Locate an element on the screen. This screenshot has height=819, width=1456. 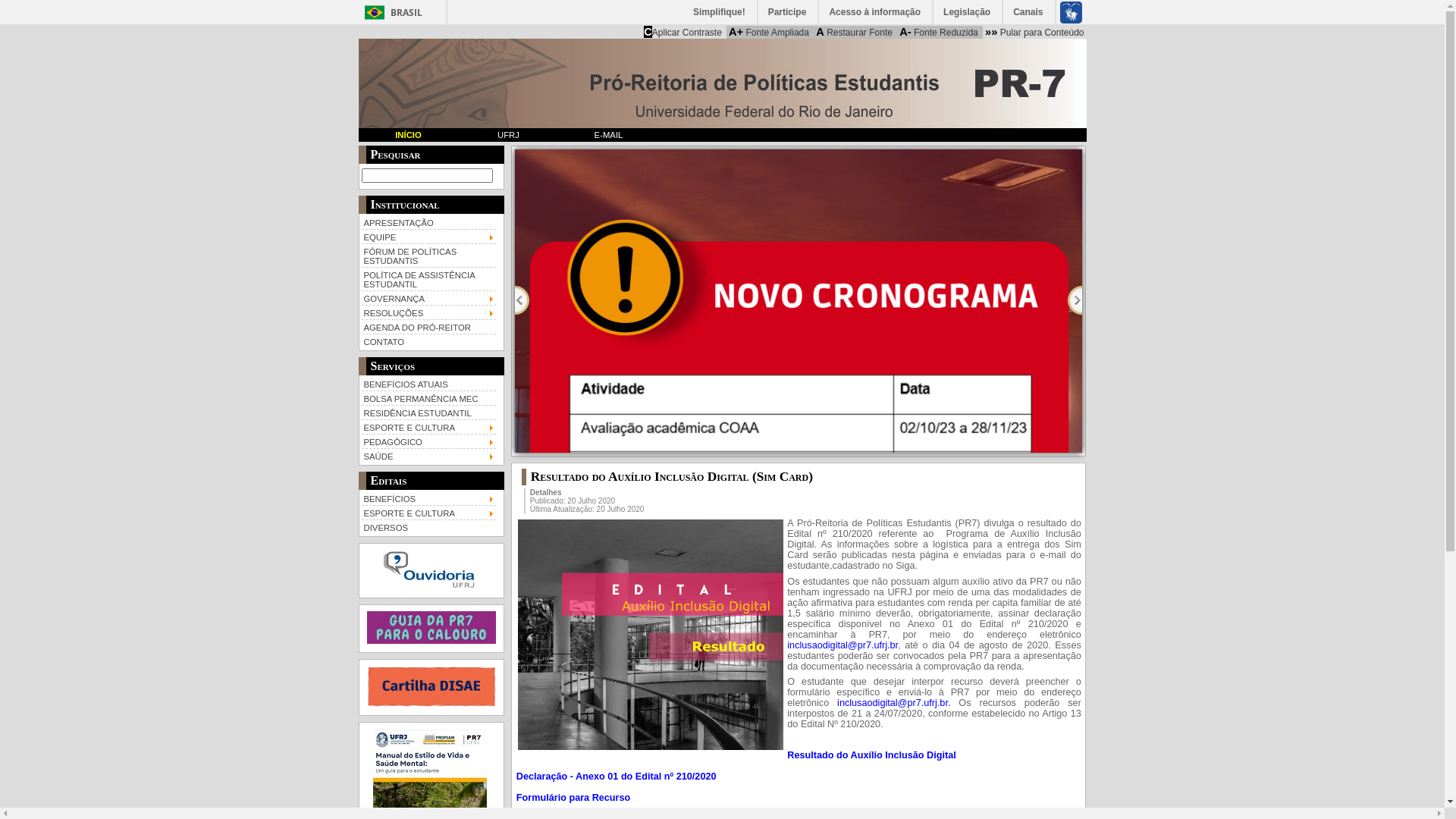
'A Restaurar Fonte' is located at coordinates (854, 32).